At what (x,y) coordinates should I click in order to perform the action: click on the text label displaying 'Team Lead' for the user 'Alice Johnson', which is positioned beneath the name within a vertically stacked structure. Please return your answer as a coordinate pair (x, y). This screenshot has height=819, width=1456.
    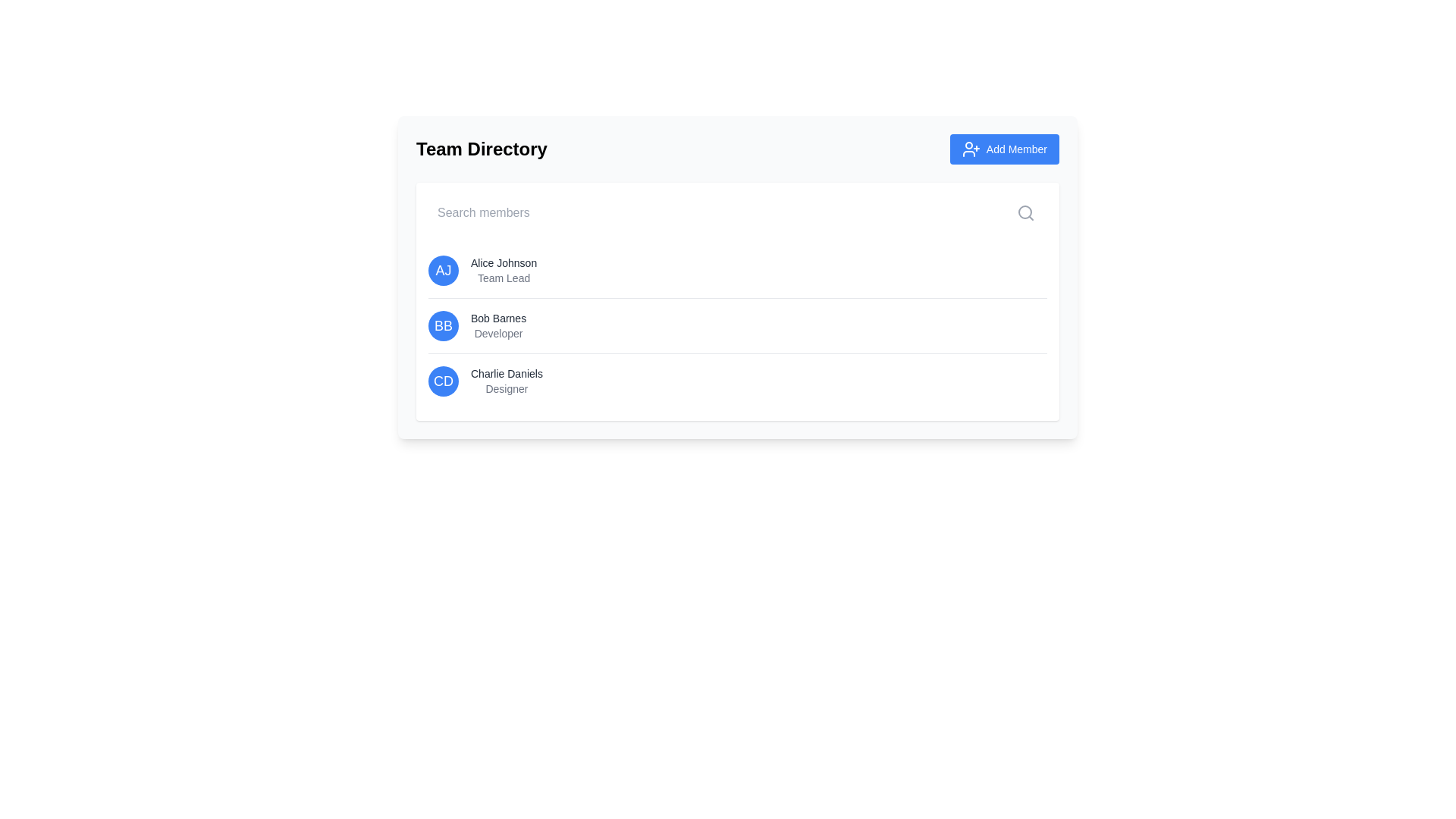
    Looking at the image, I should click on (504, 278).